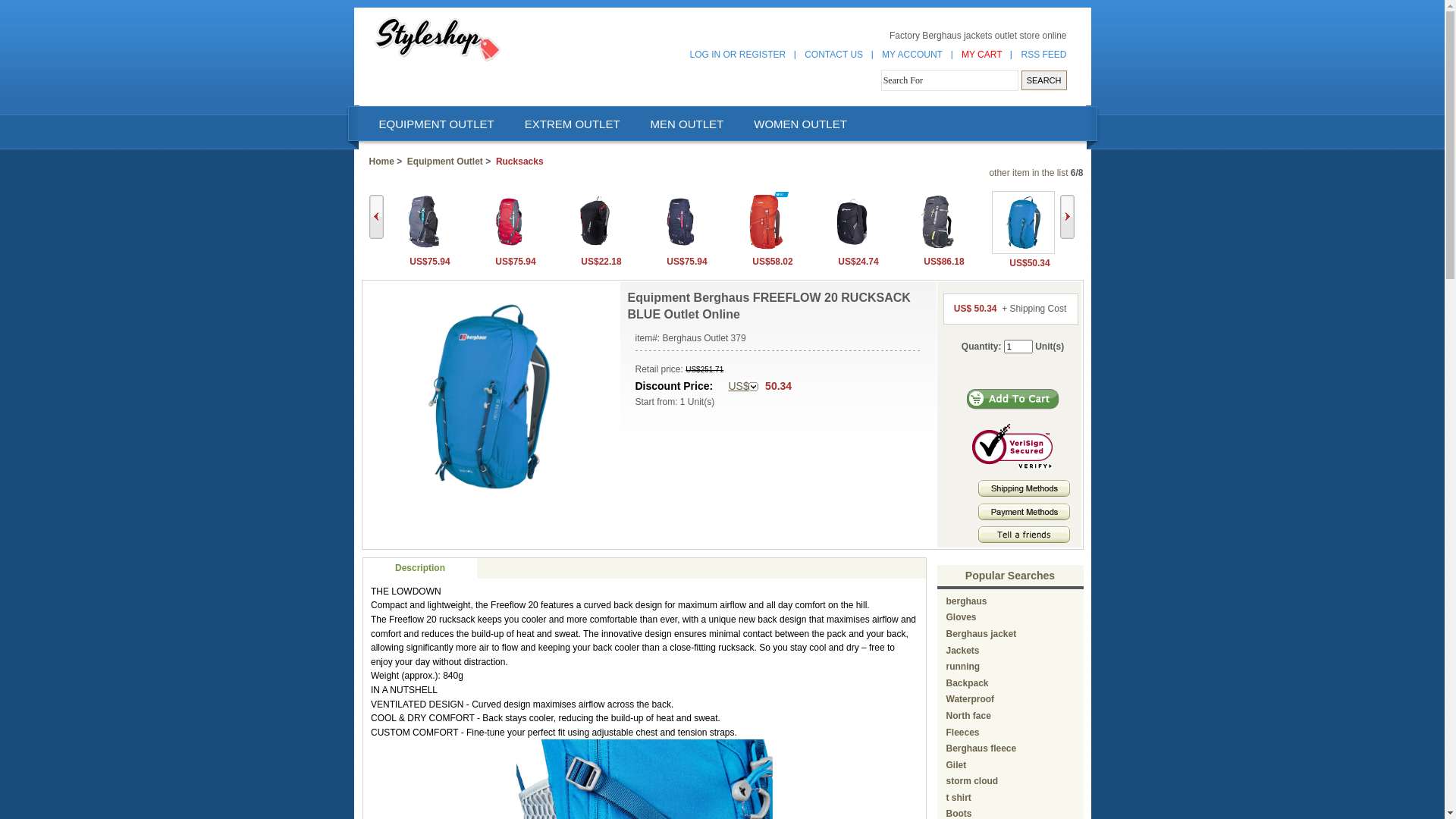 The height and width of the screenshot is (819, 1456). I want to click on 'Berghaus jacket', so click(981, 634).